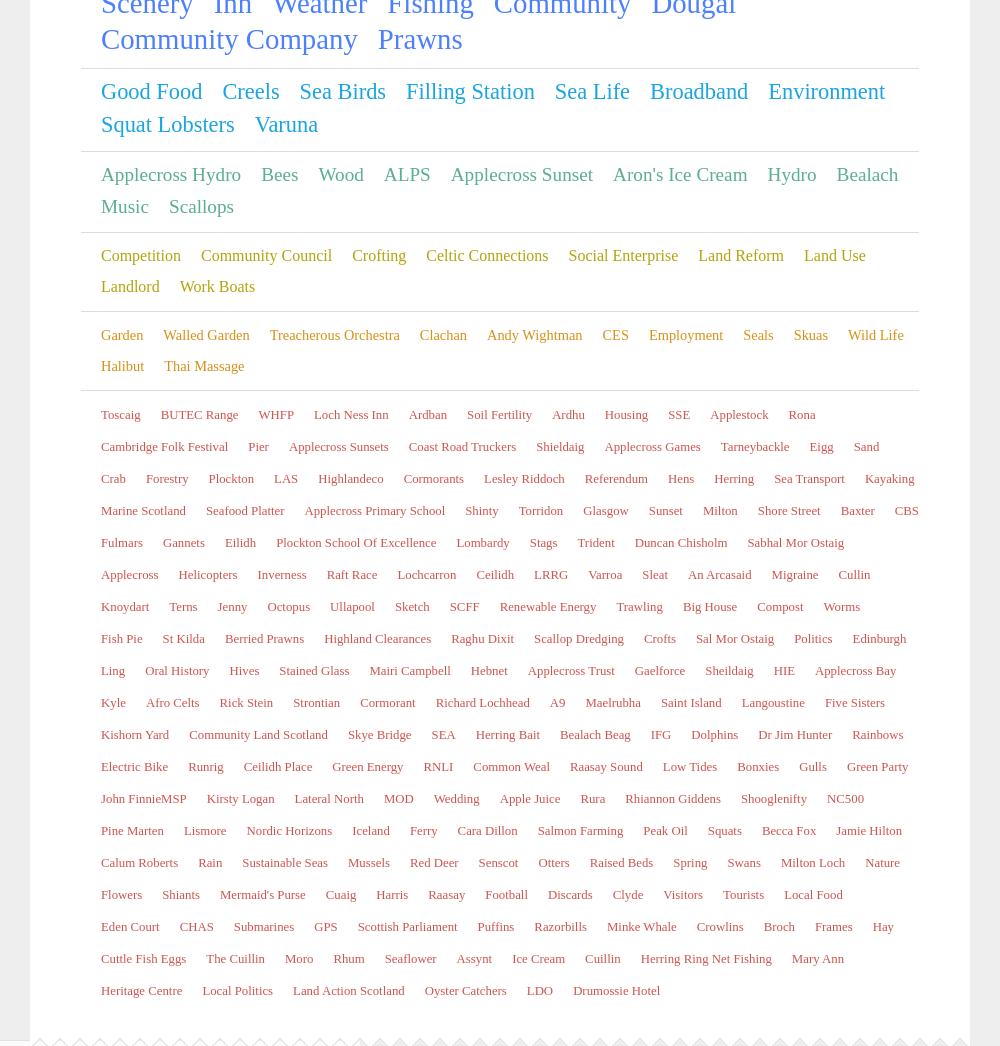 This screenshot has width=1000, height=1046. I want to click on 'Keeping the dogs off the beaches at the time of year is good for the seabirds, enabling them not to fly off trying to avoid mad spaniels and terriers. One or two little hiccups at the Hydro, a couple of tripped switches but no significant lose of power out put. Angus is always about.', so click(337, 478).